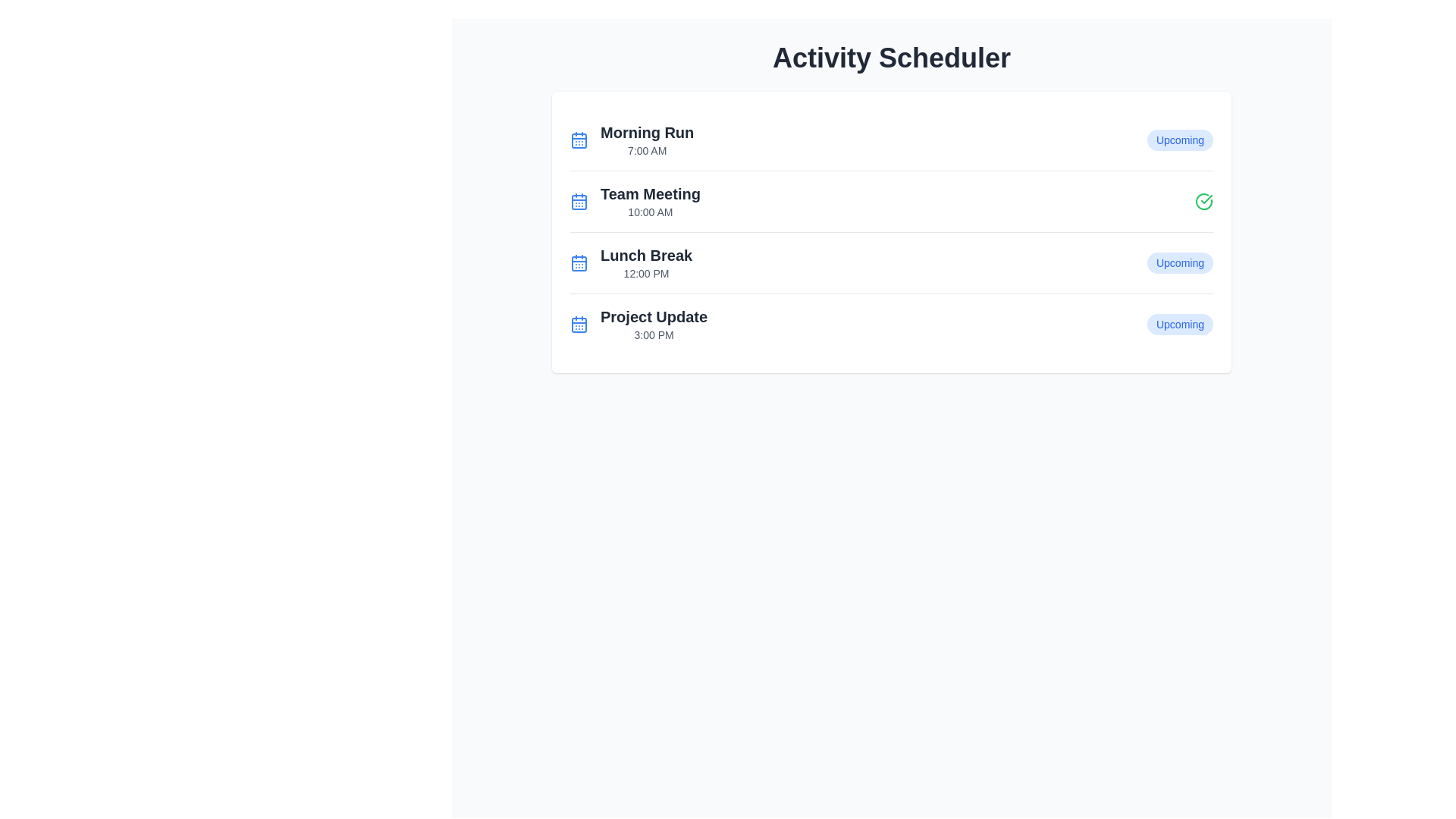 Image resolution: width=1456 pixels, height=819 pixels. I want to click on the text label displaying '7:00 AM', which is styled in light gray and positioned directly beneath the 'Morning Run' label, so click(647, 151).